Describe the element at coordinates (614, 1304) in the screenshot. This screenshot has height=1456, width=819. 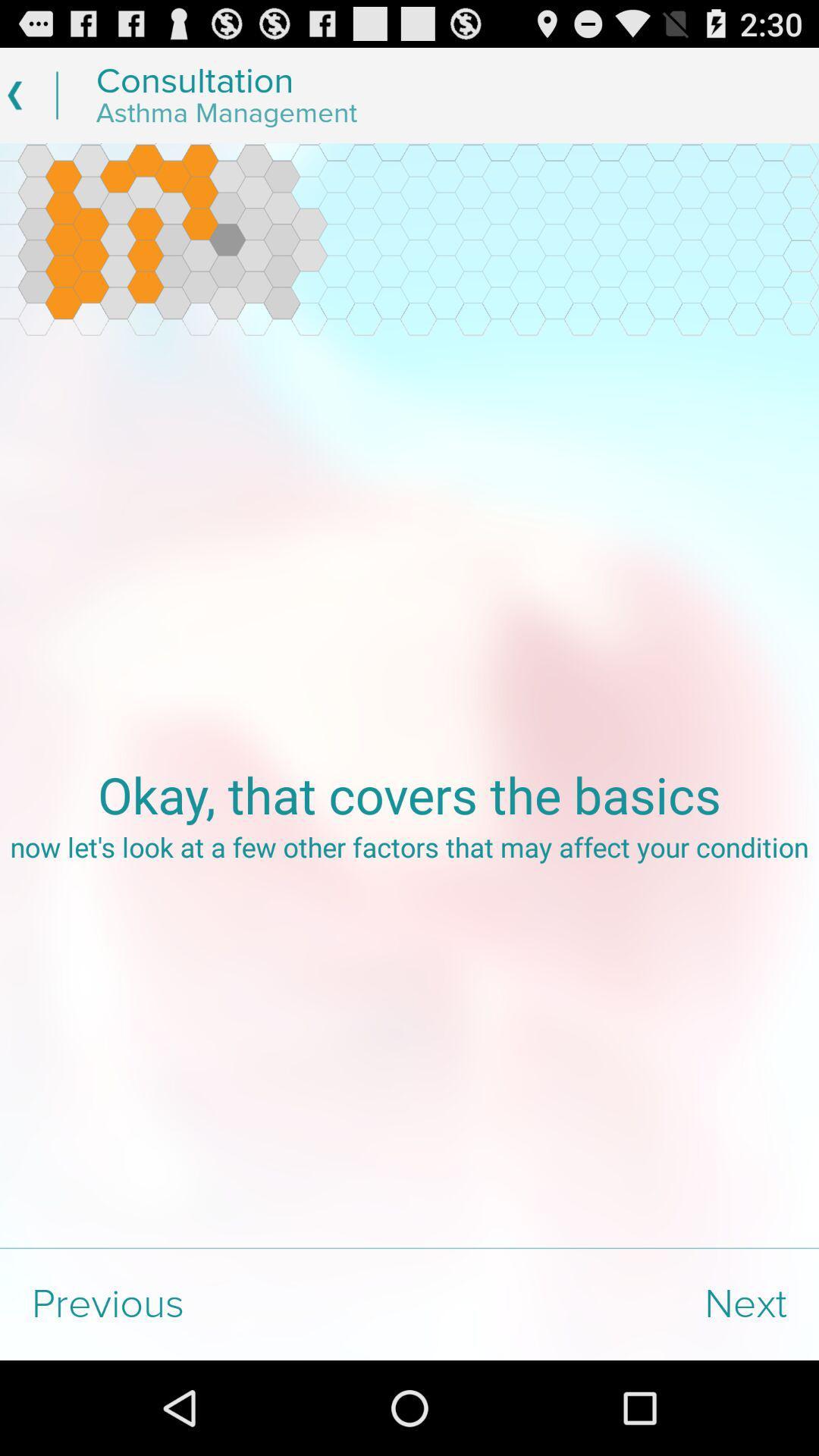
I see `the app at the bottom right corner` at that location.